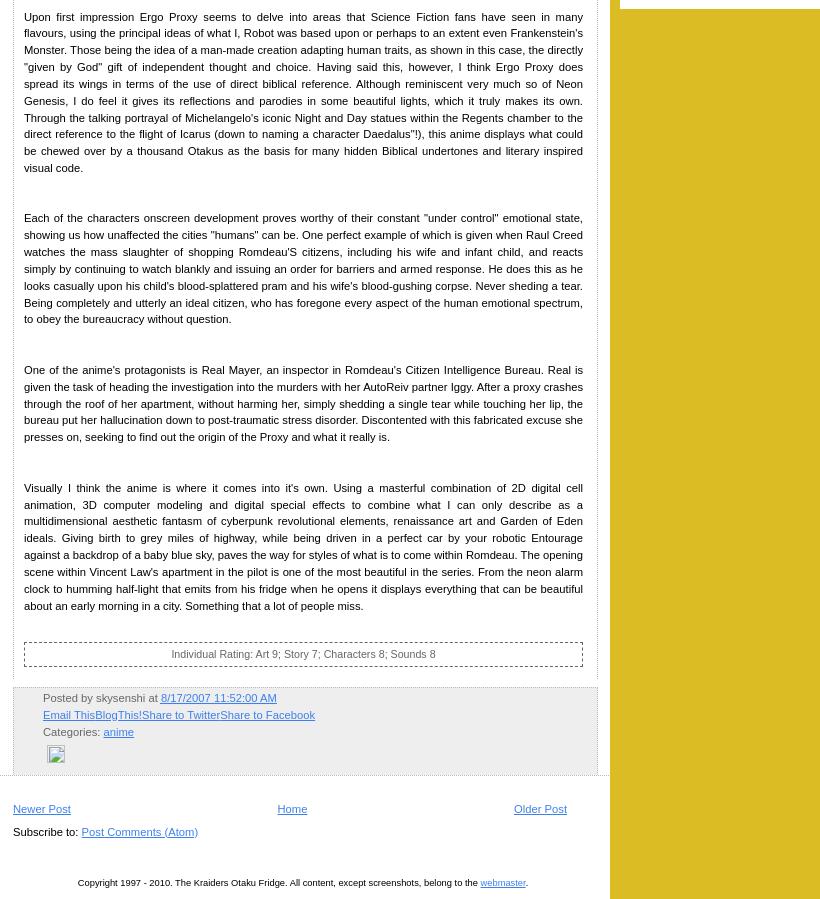  I want to click on 'Newer Post', so click(40, 808).